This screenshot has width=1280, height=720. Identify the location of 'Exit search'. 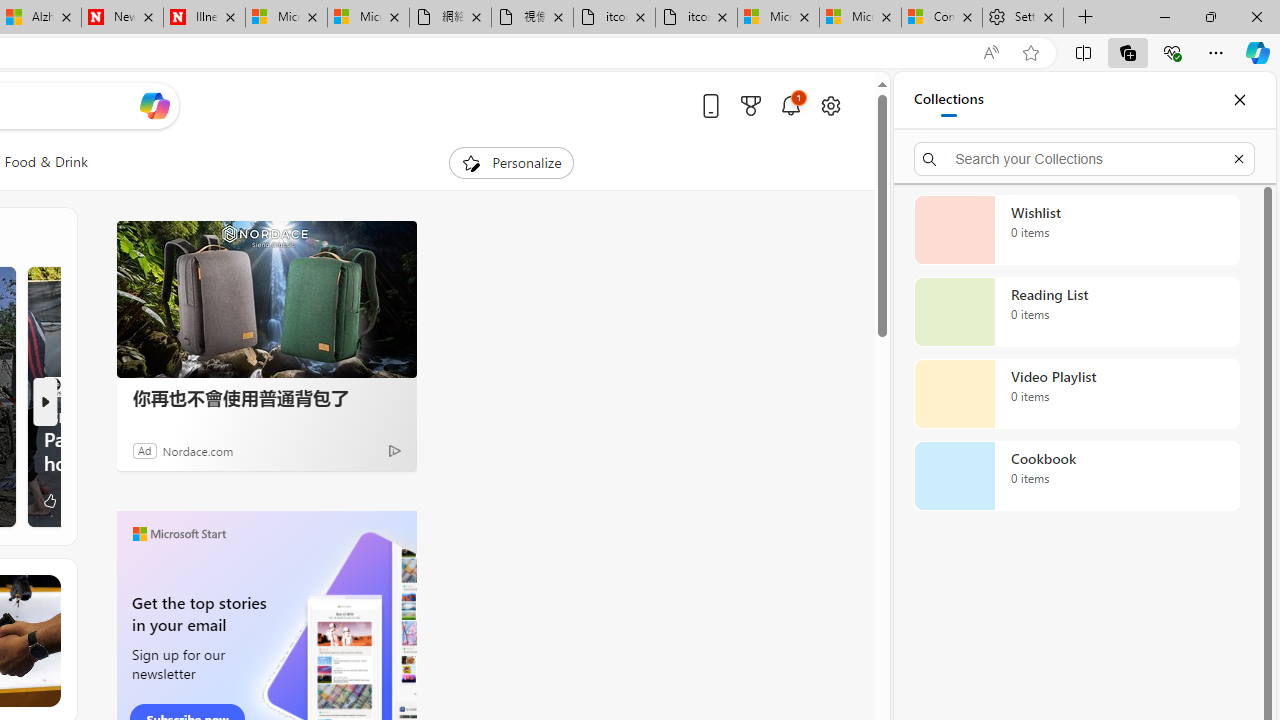
(1238, 158).